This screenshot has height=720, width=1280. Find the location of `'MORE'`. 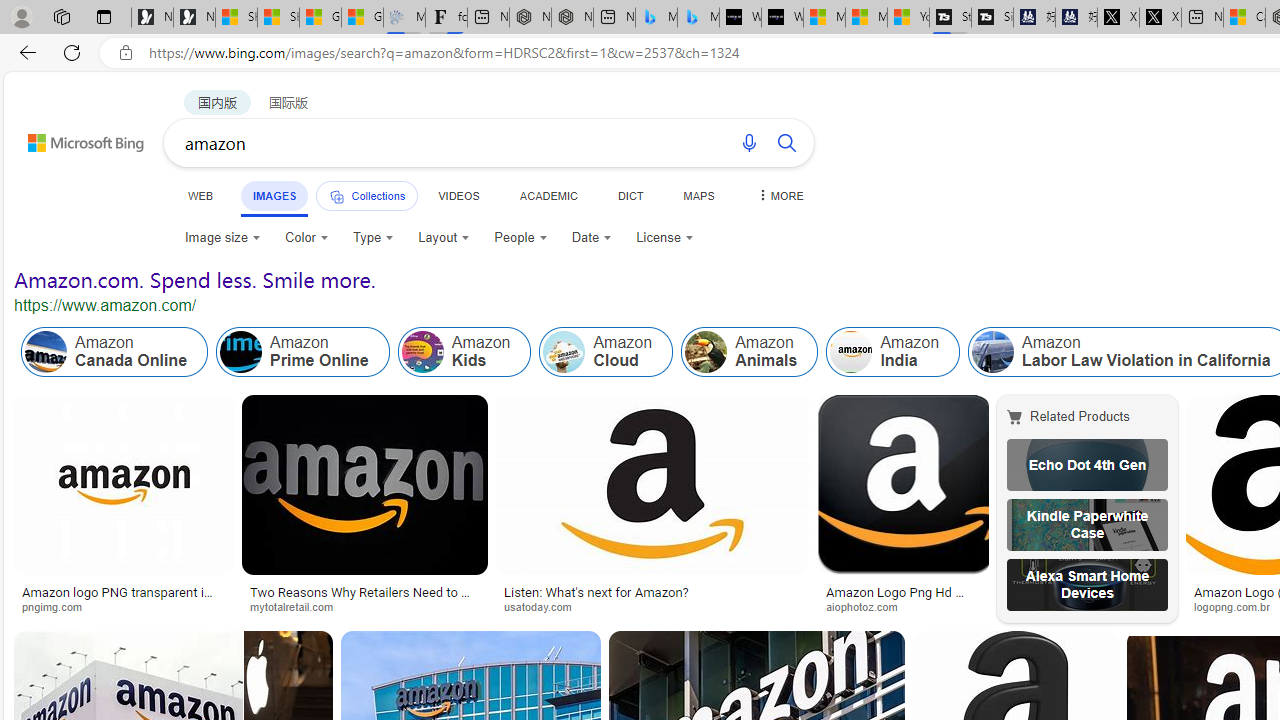

'MORE' is located at coordinates (778, 195).